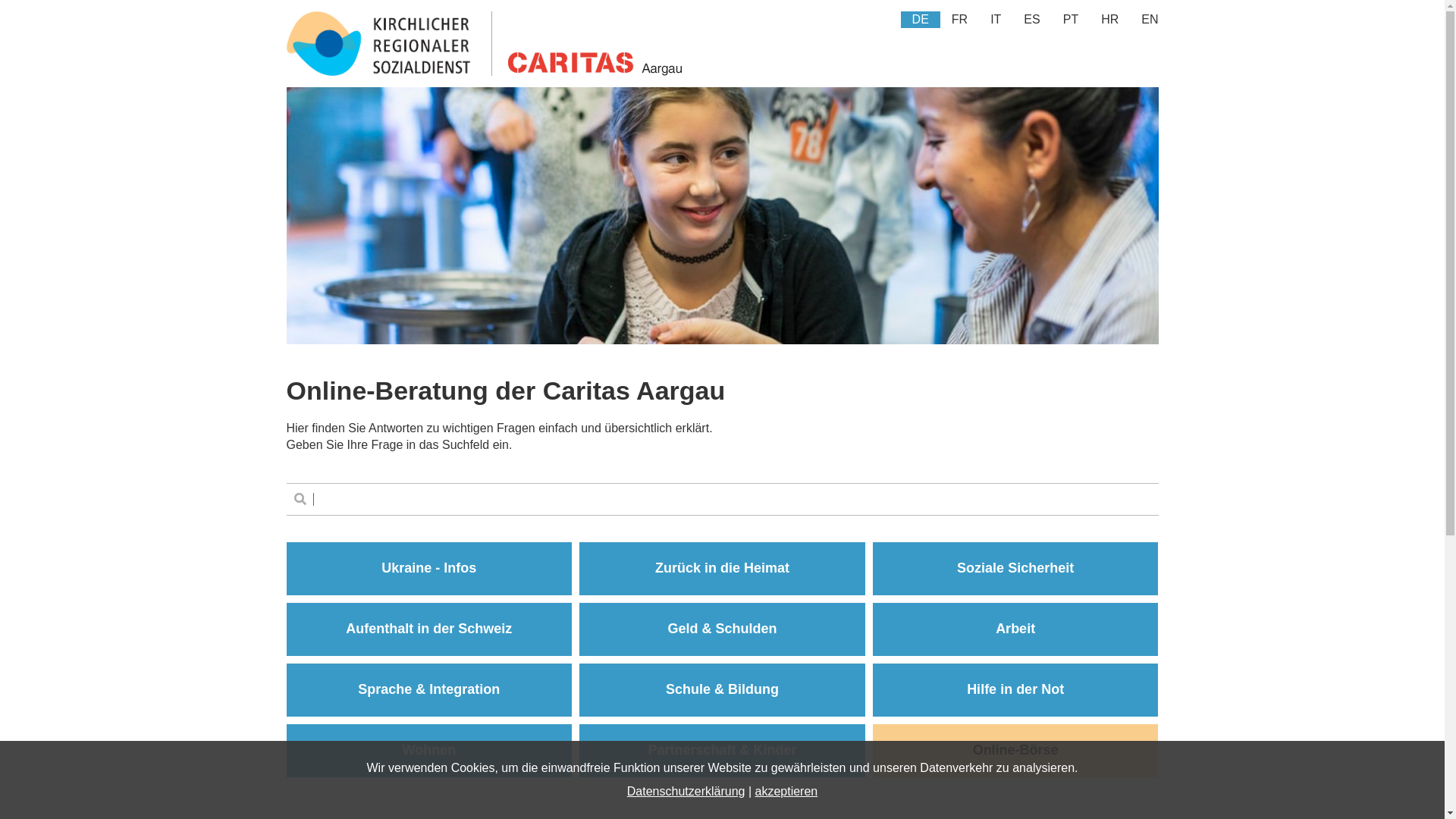 This screenshot has width=1456, height=819. Describe the element at coordinates (1015, 690) in the screenshot. I see `'Hilfe in der Not'` at that location.